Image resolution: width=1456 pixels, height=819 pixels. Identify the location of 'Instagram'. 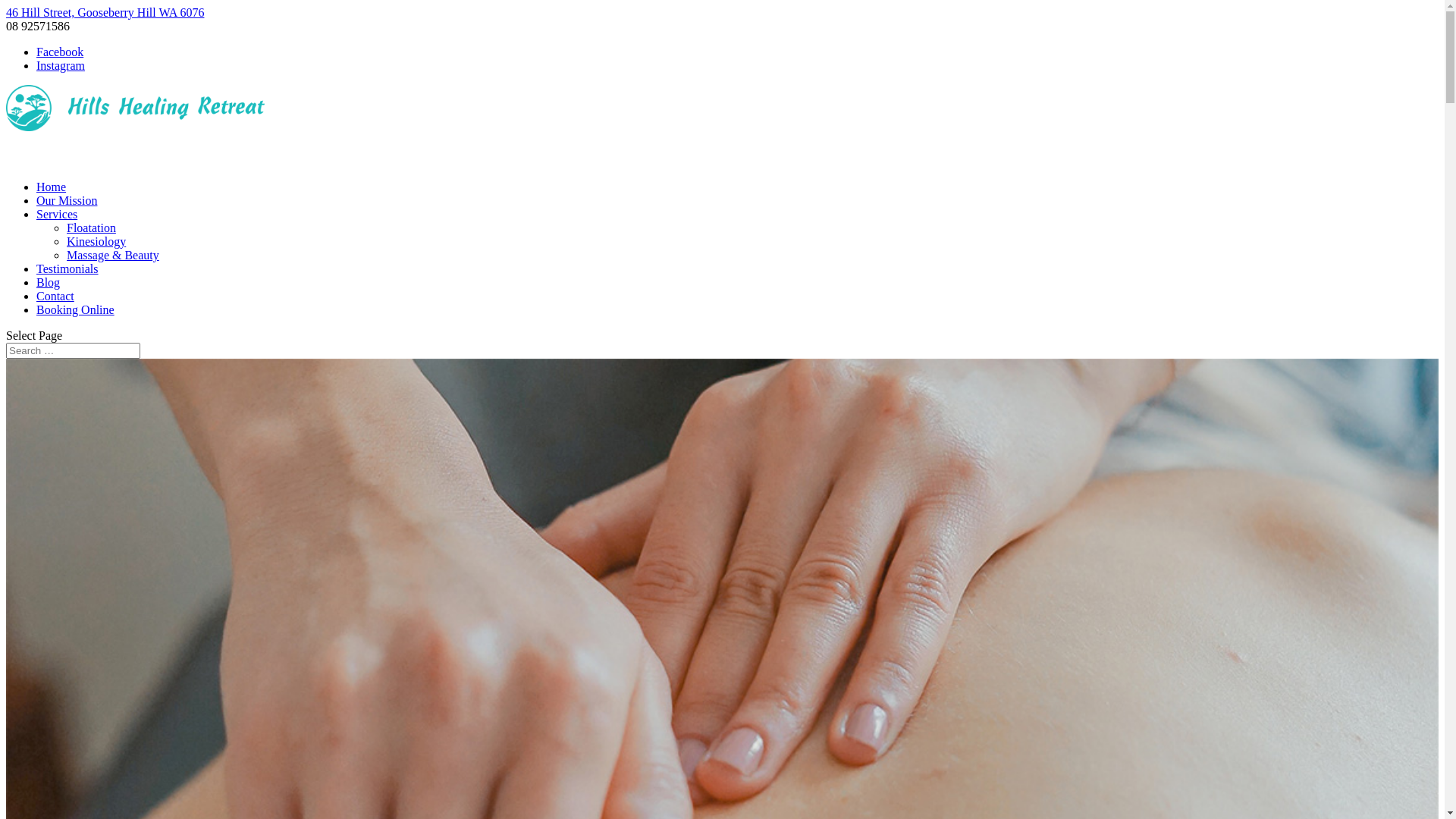
(61, 64).